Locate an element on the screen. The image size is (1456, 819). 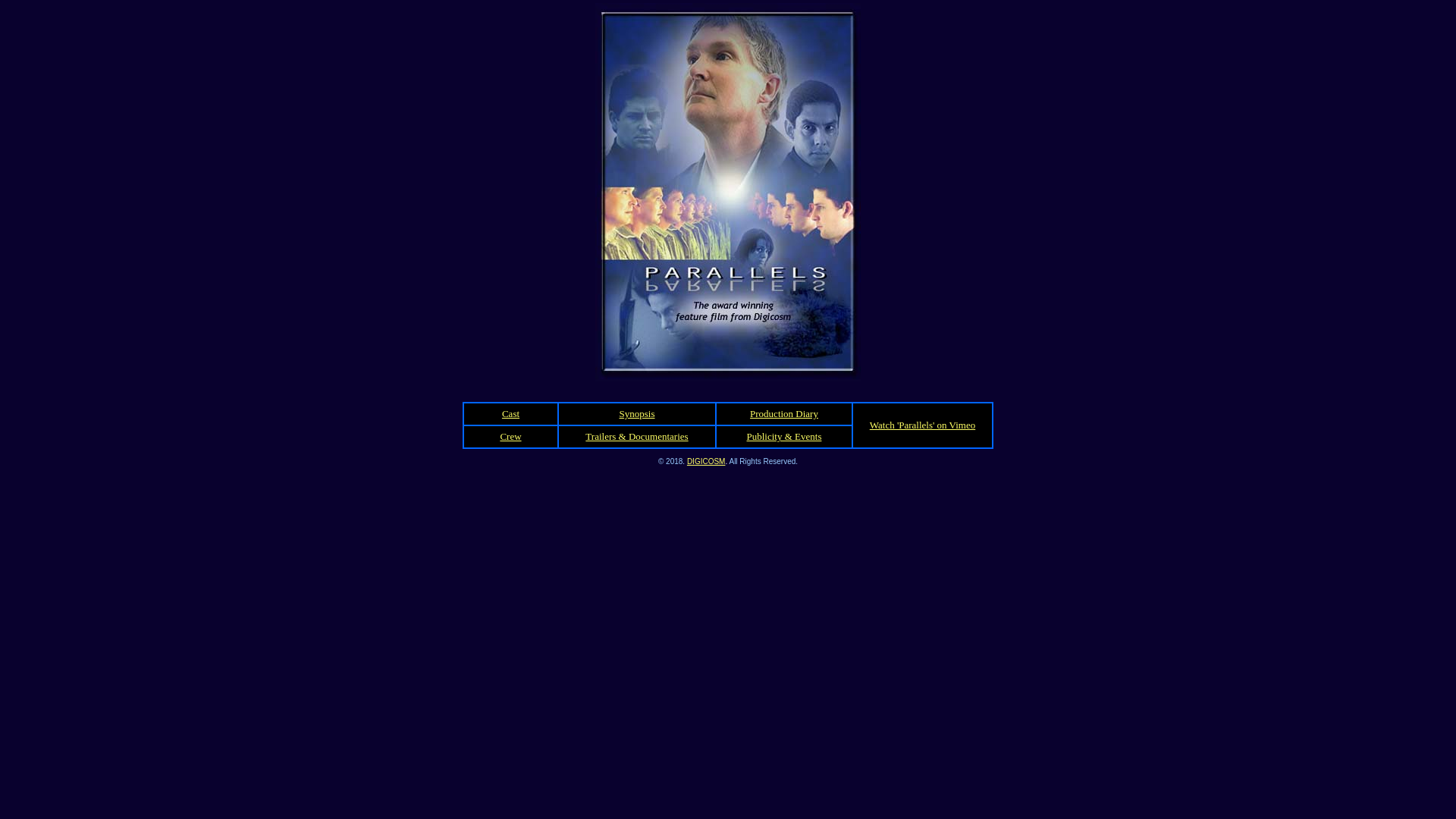
'Cast' is located at coordinates (510, 413).